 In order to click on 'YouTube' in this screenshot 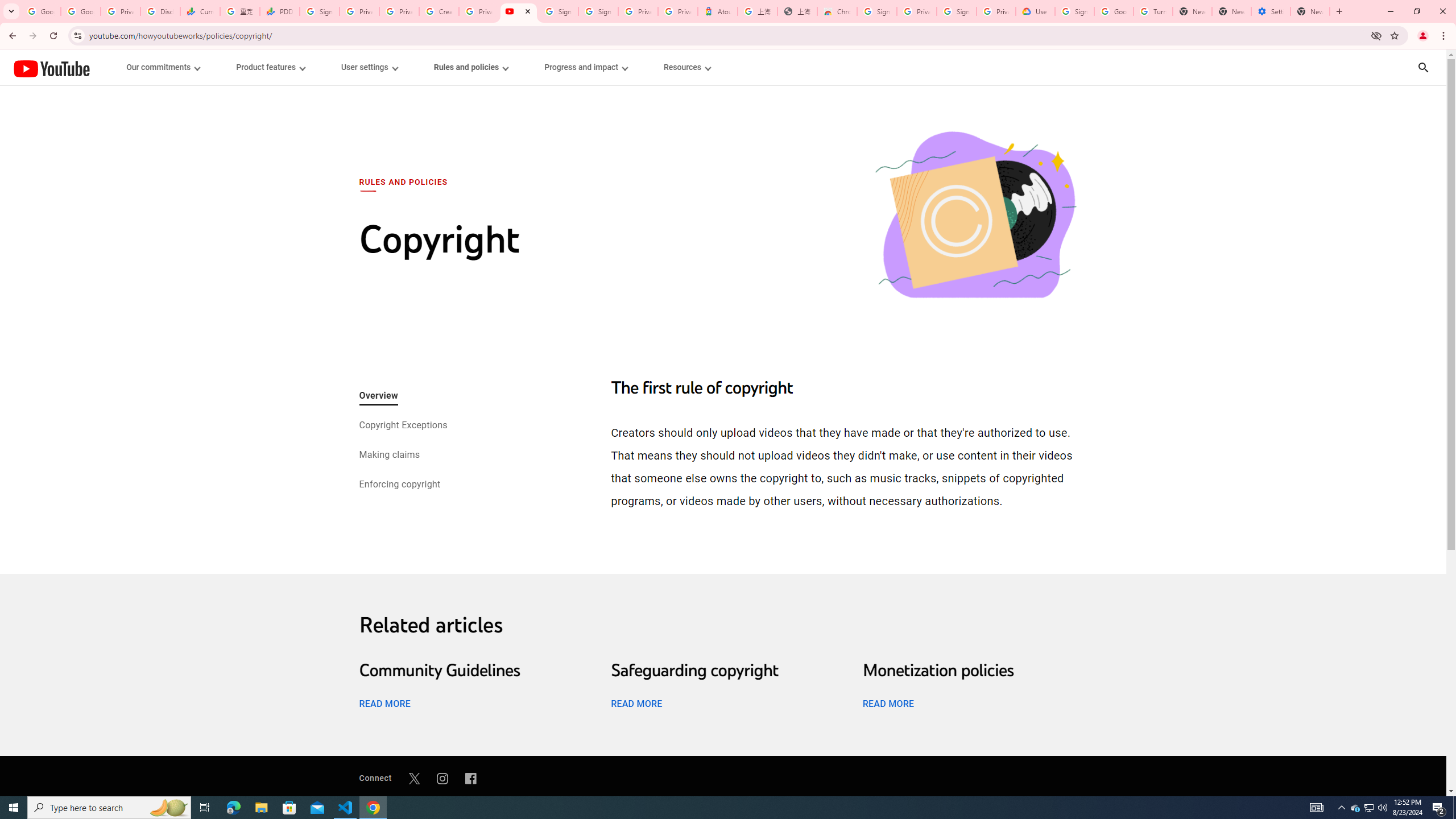, I will do `click(51, 68)`.